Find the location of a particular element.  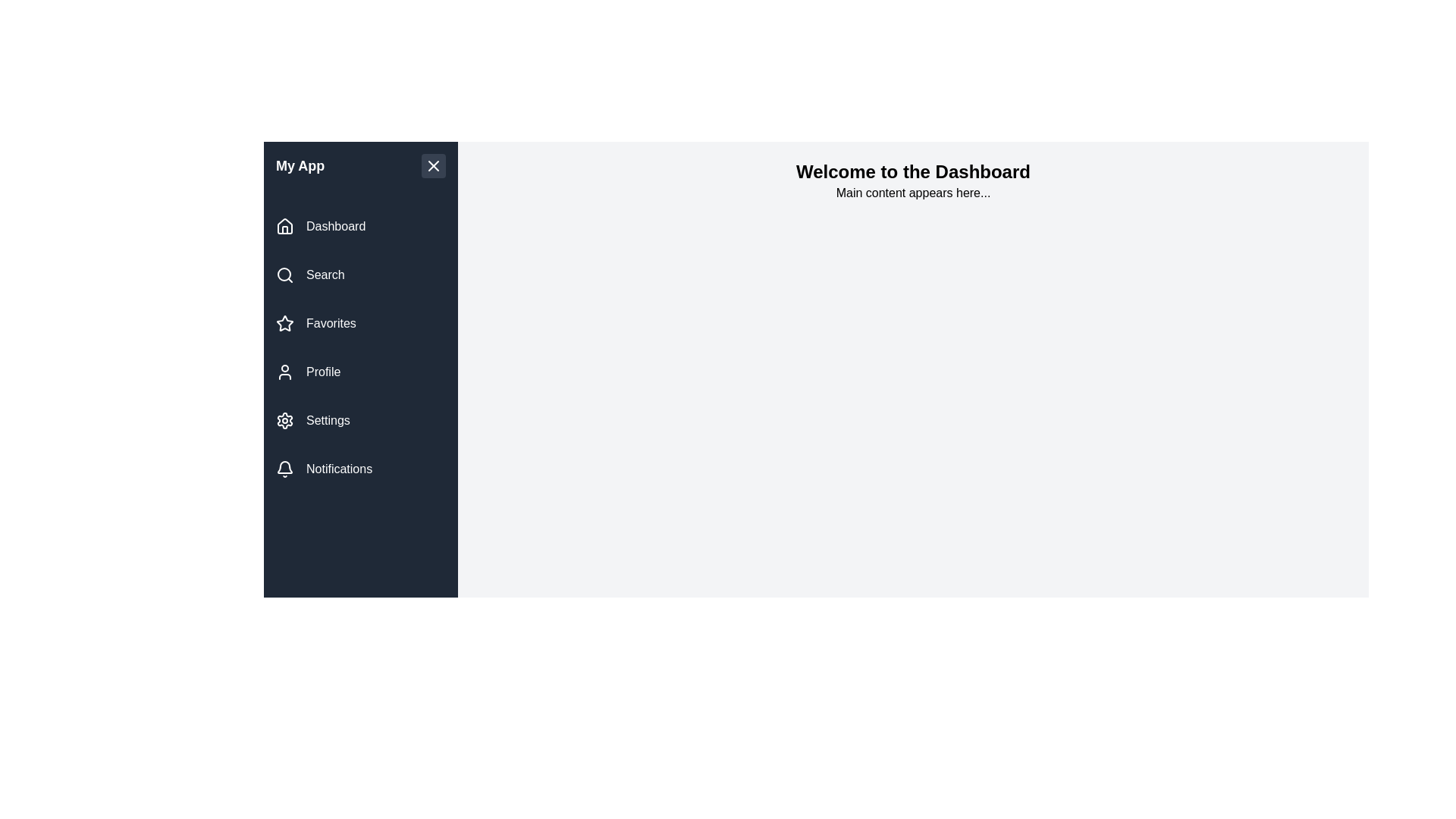

the navigation item Notifications from the drawer is located at coordinates (359, 468).